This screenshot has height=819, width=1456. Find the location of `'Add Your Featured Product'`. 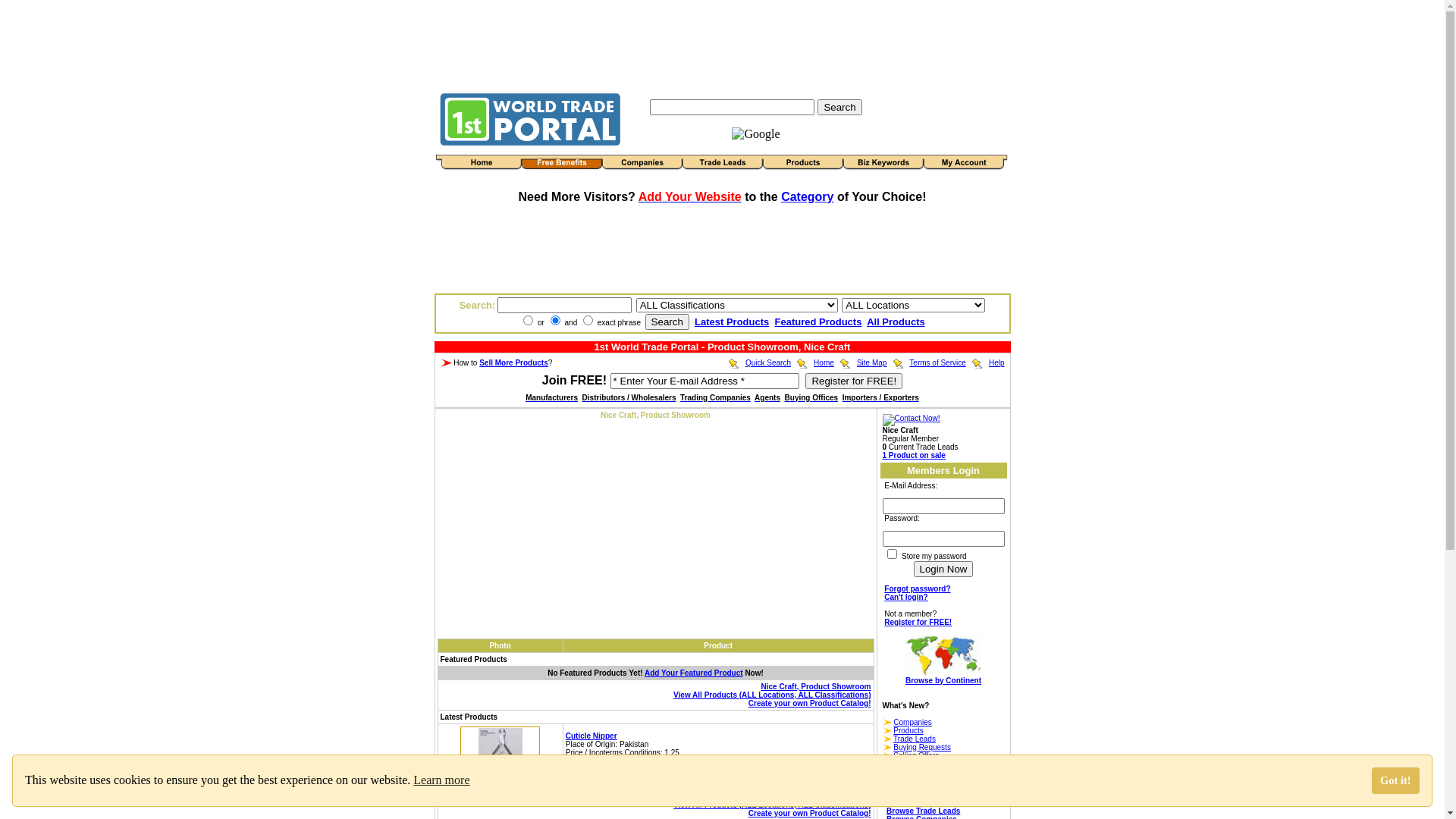

'Add Your Featured Product' is located at coordinates (693, 672).